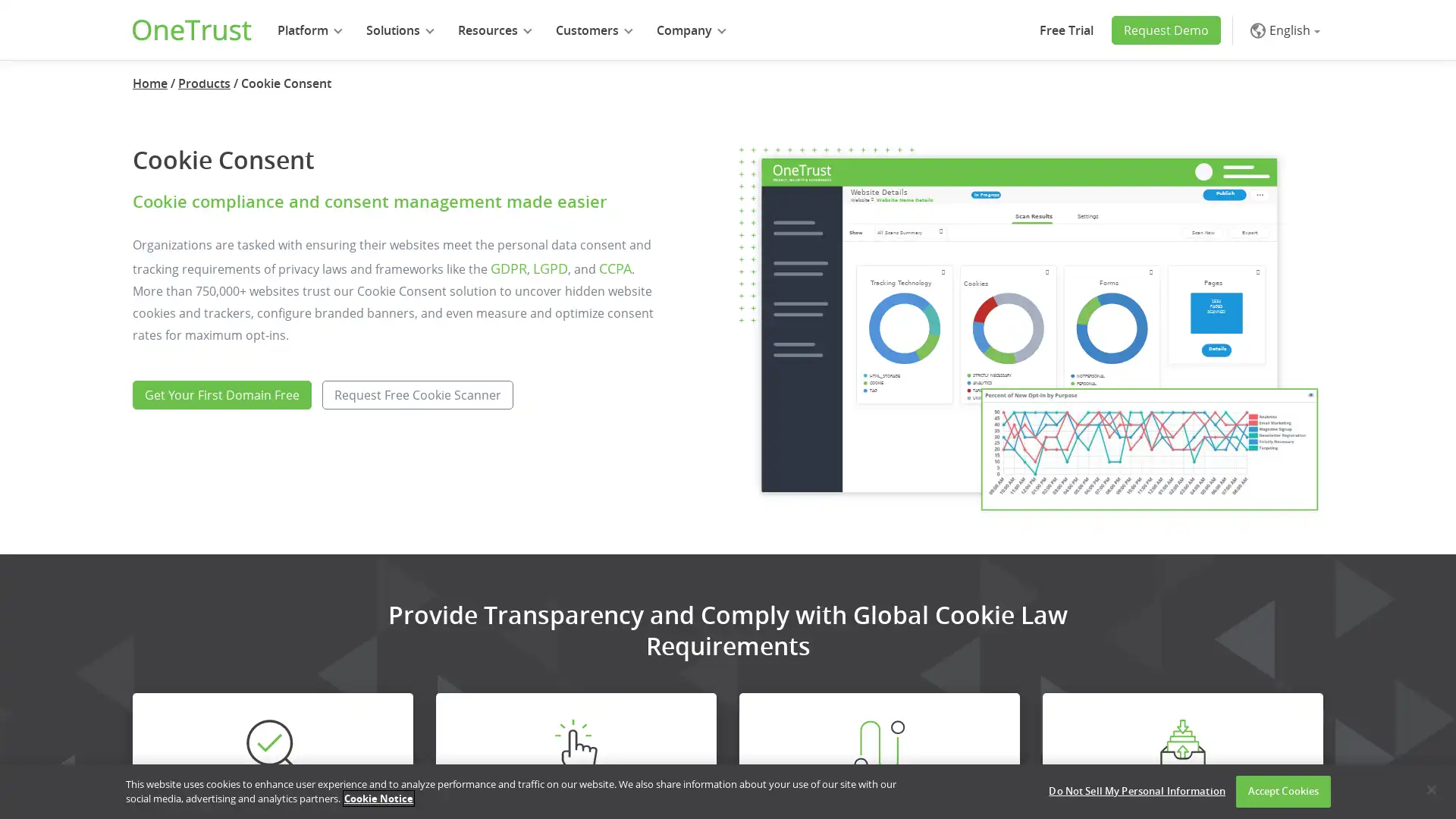  Describe the element at coordinates (1430, 789) in the screenshot. I see `Close` at that location.